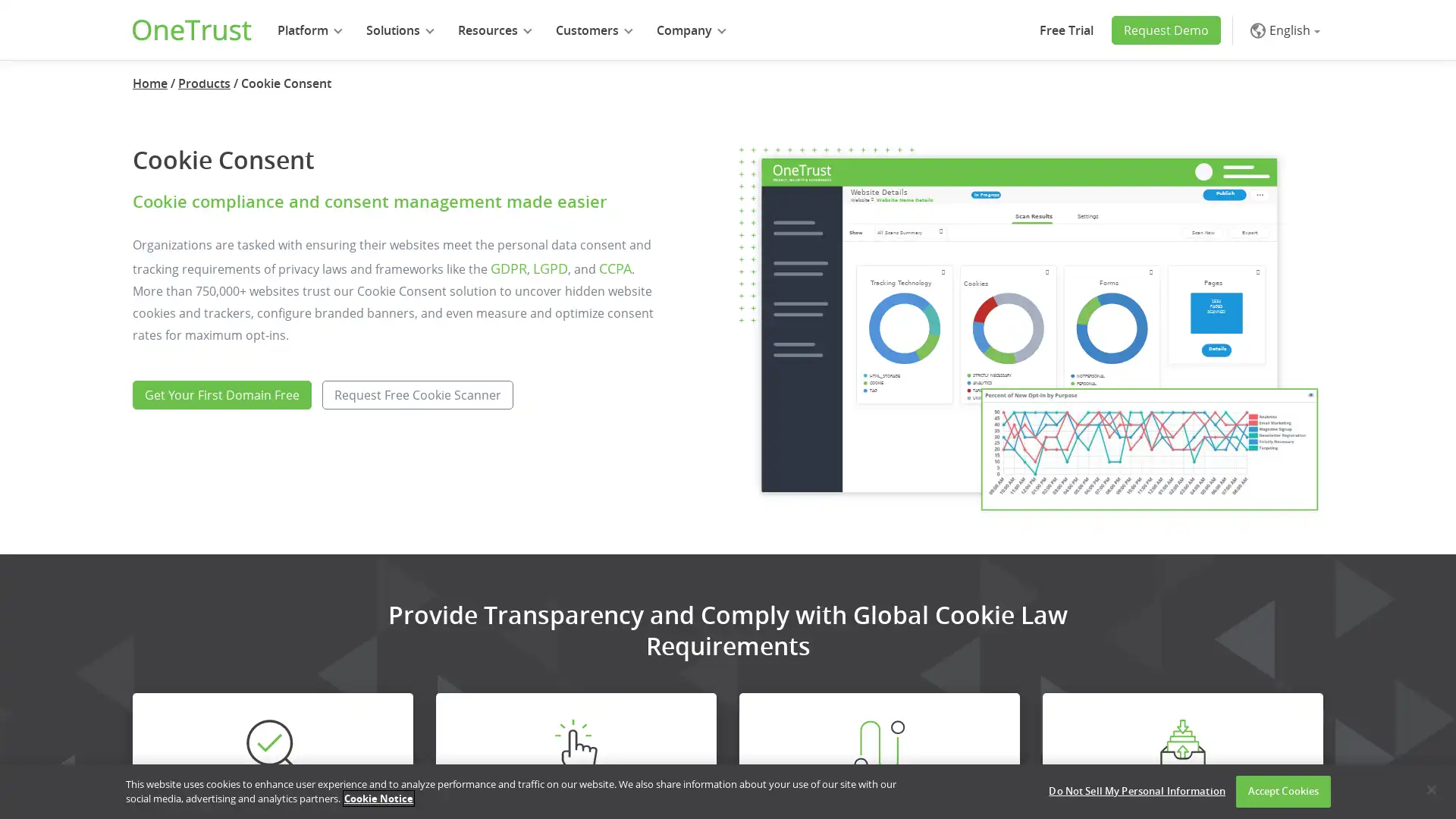  Describe the element at coordinates (1430, 789) in the screenshot. I see `Close` at that location.